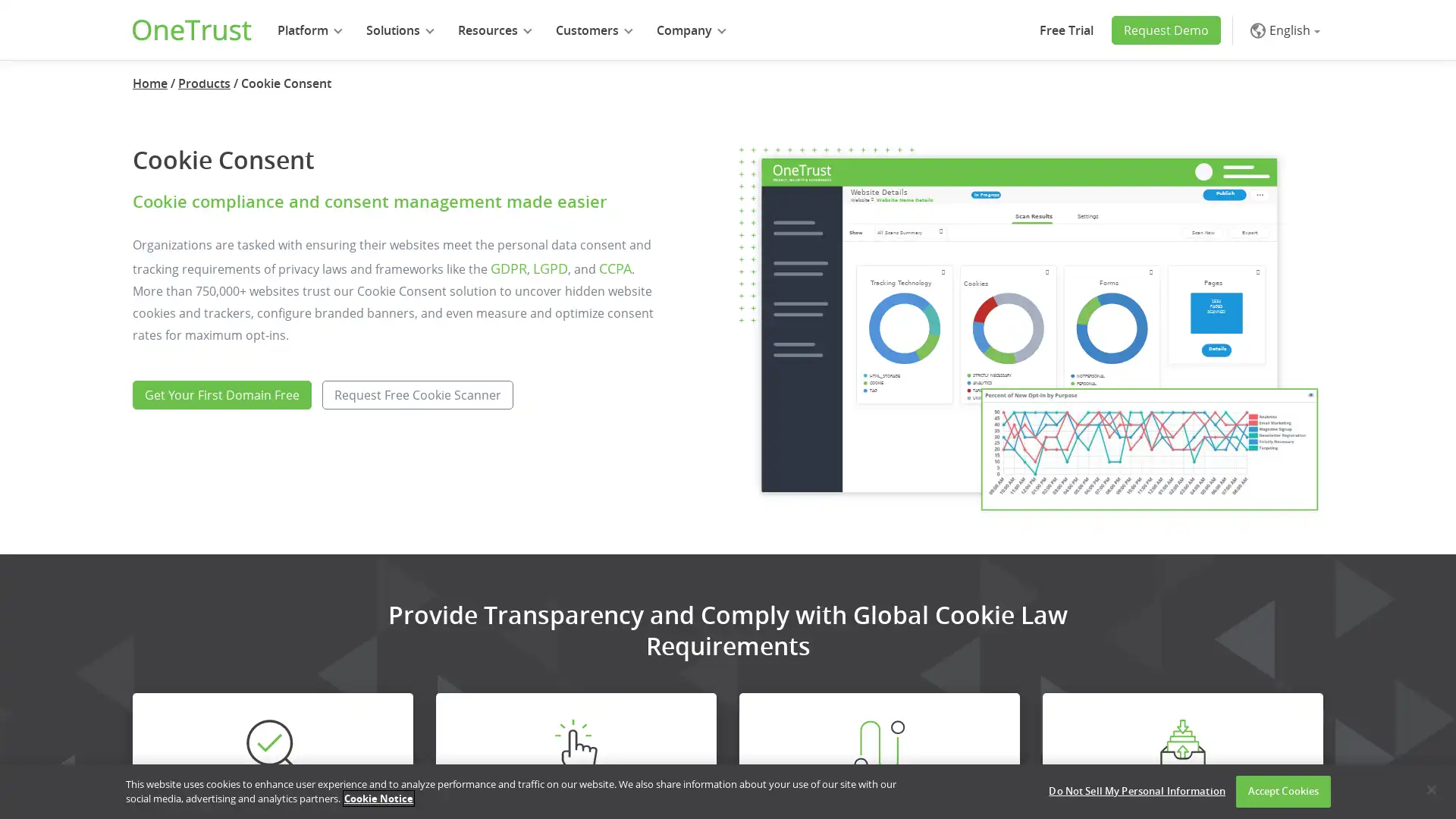  Describe the element at coordinates (1430, 789) in the screenshot. I see `Close` at that location.